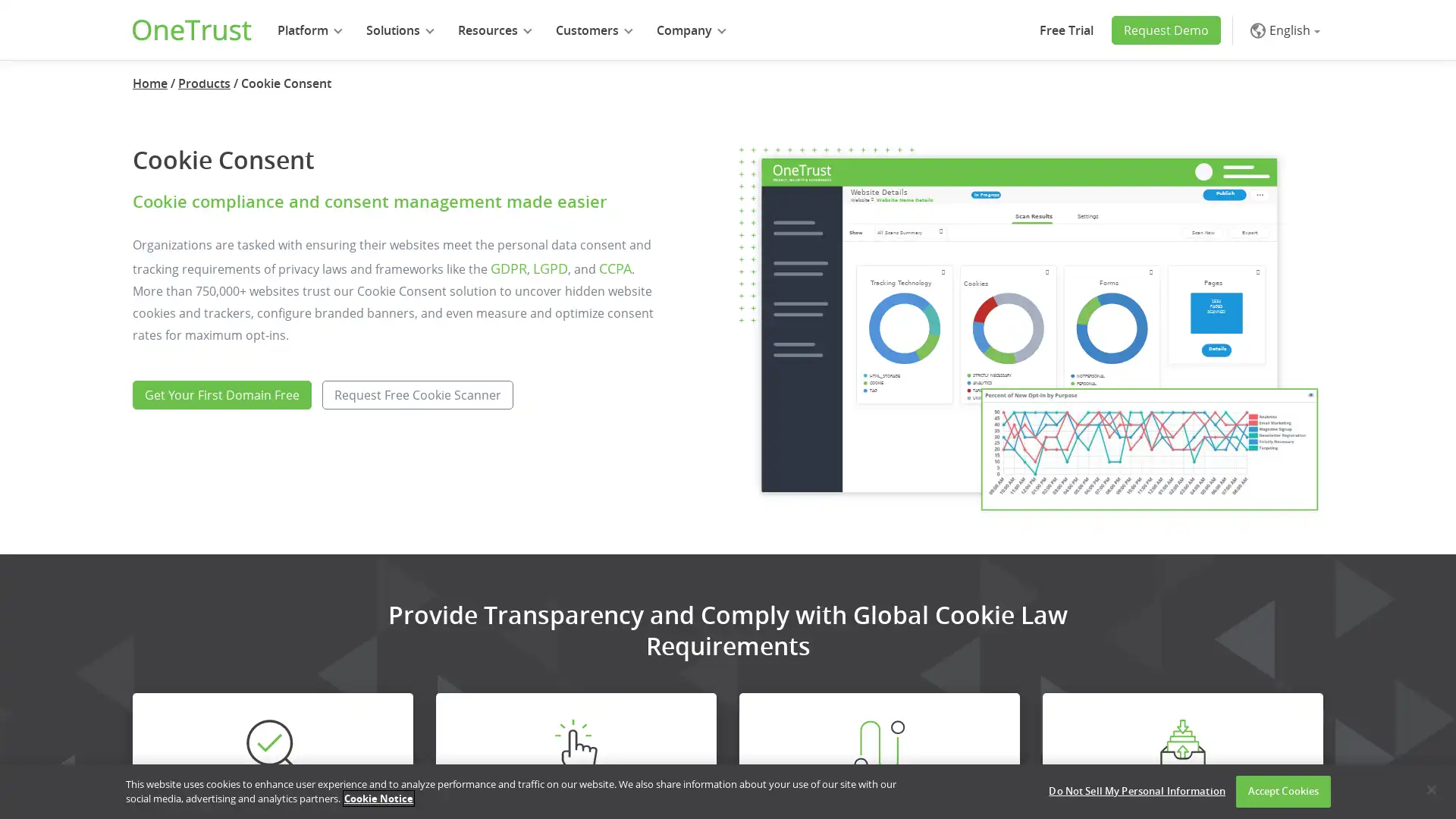  Describe the element at coordinates (1430, 789) in the screenshot. I see `Close` at that location.